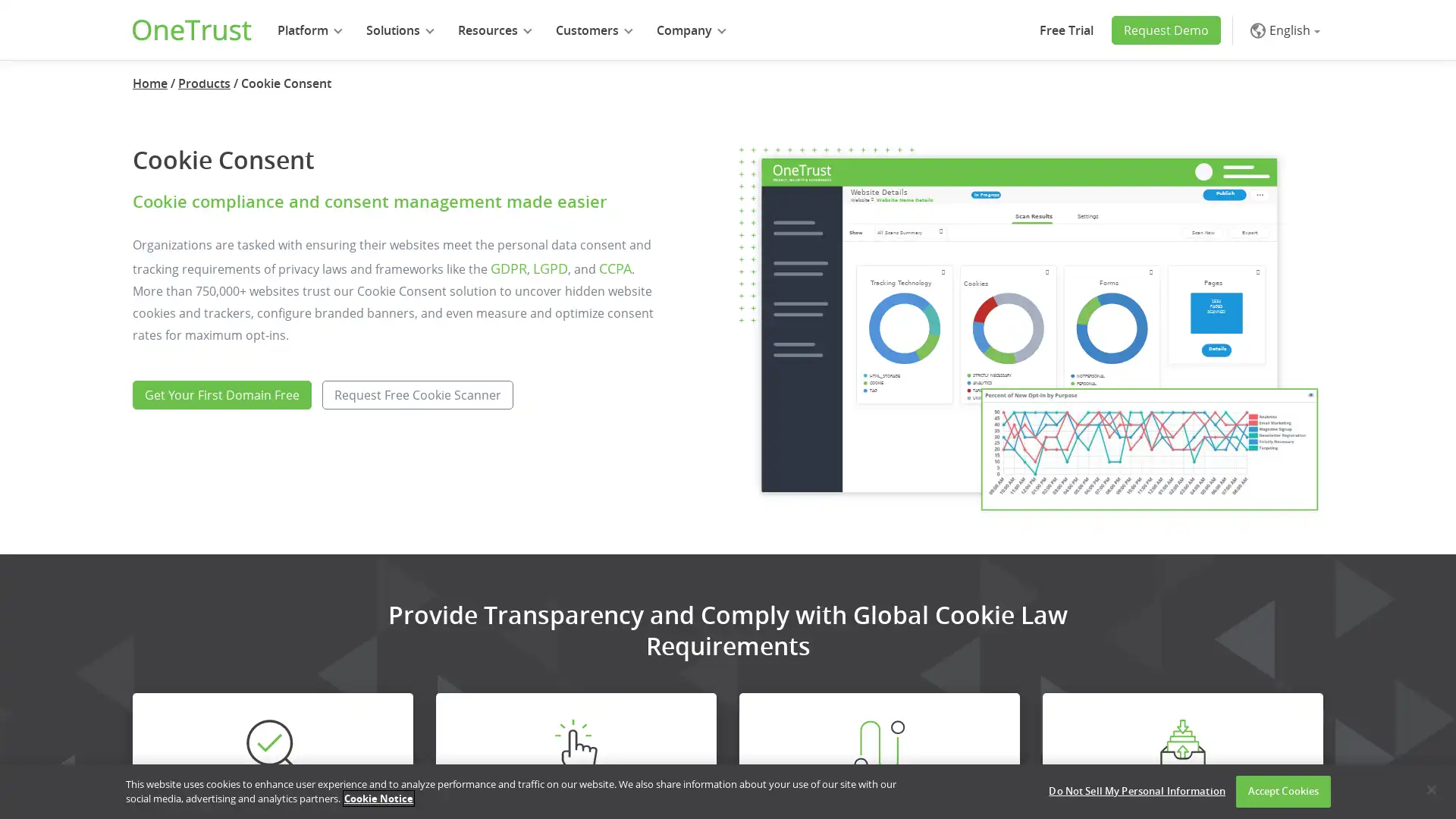  Describe the element at coordinates (1430, 789) in the screenshot. I see `Close` at that location.